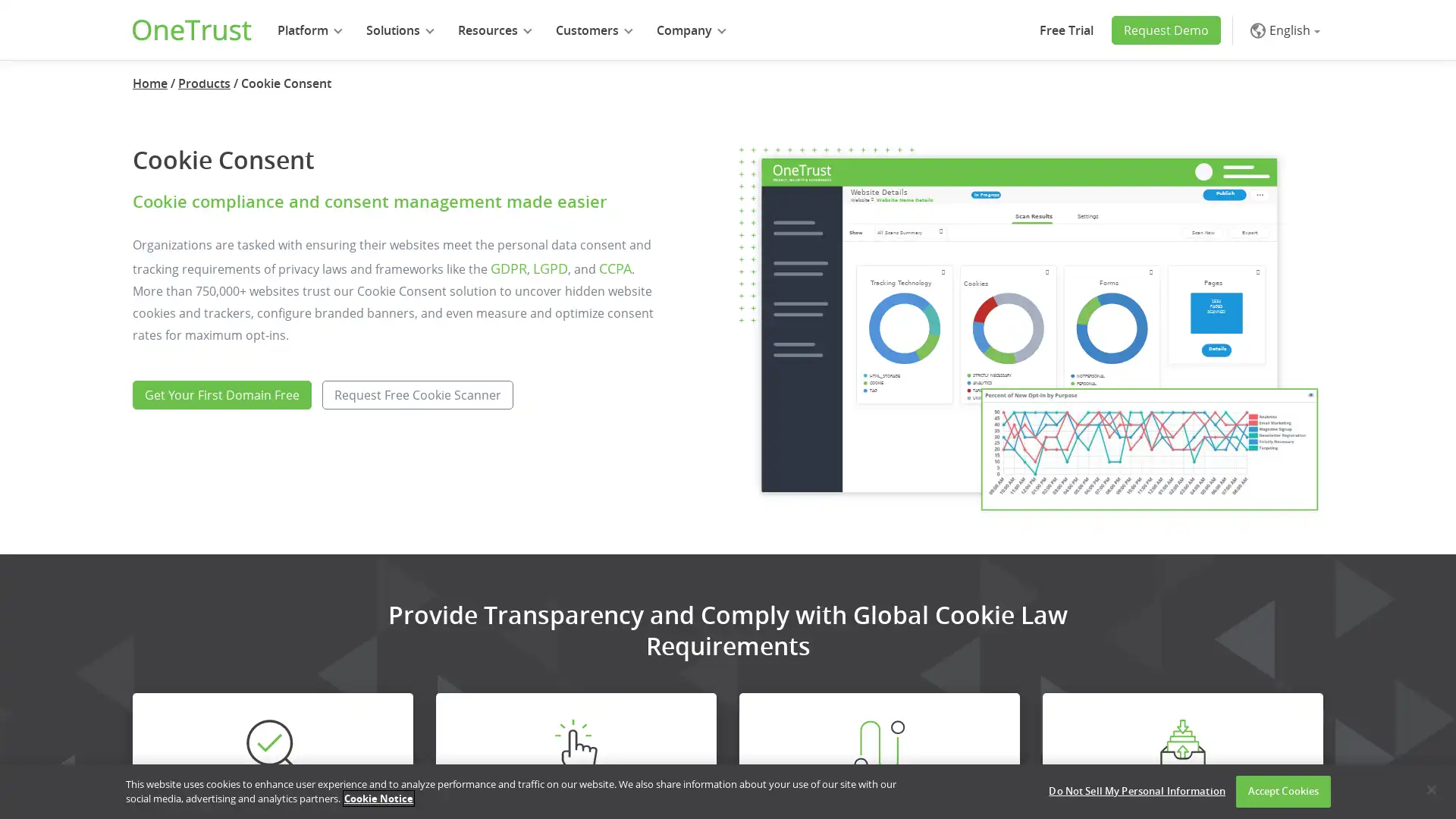  Describe the element at coordinates (1430, 789) in the screenshot. I see `Close` at that location.